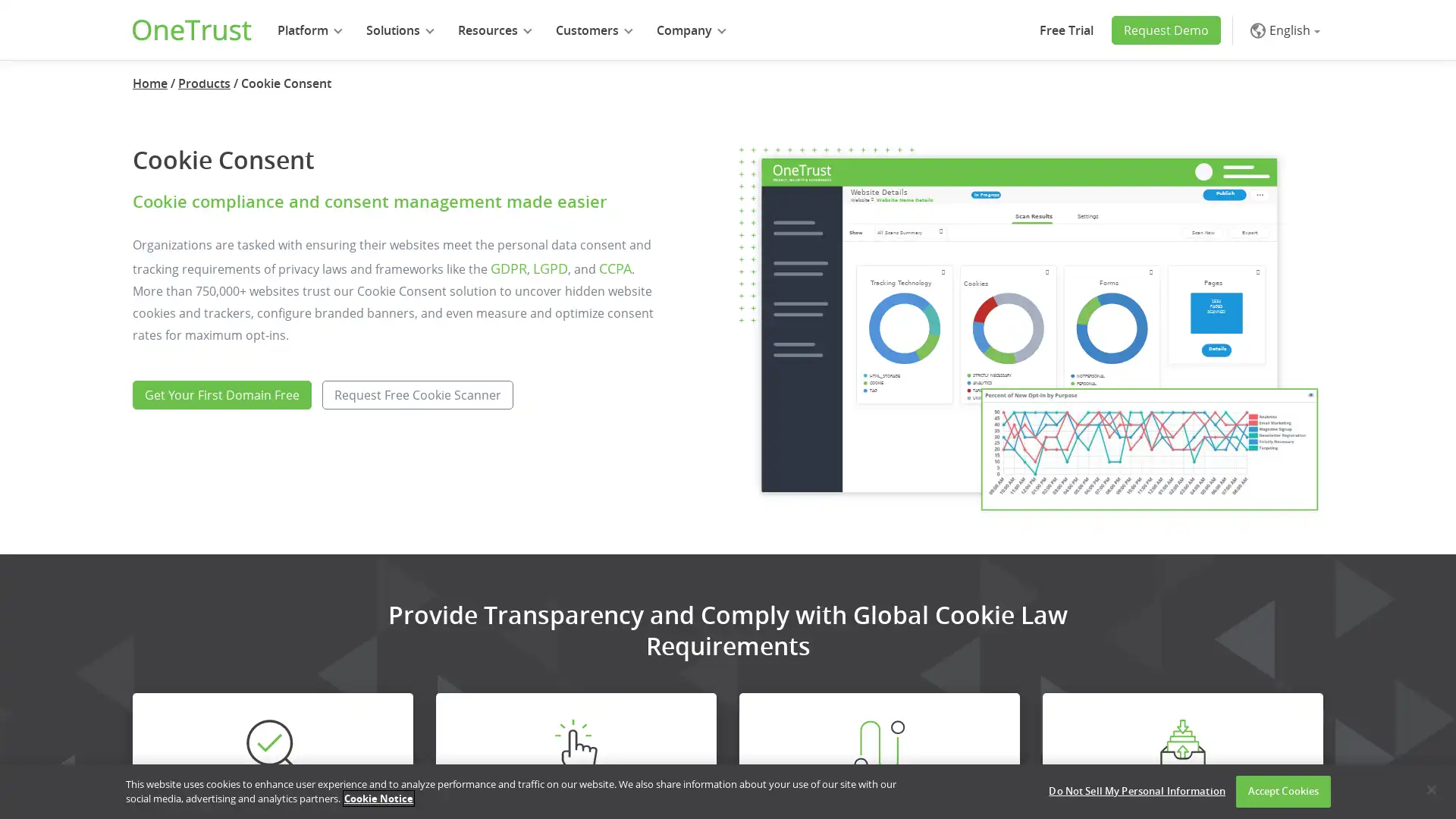  Describe the element at coordinates (1430, 789) in the screenshot. I see `Close` at that location.